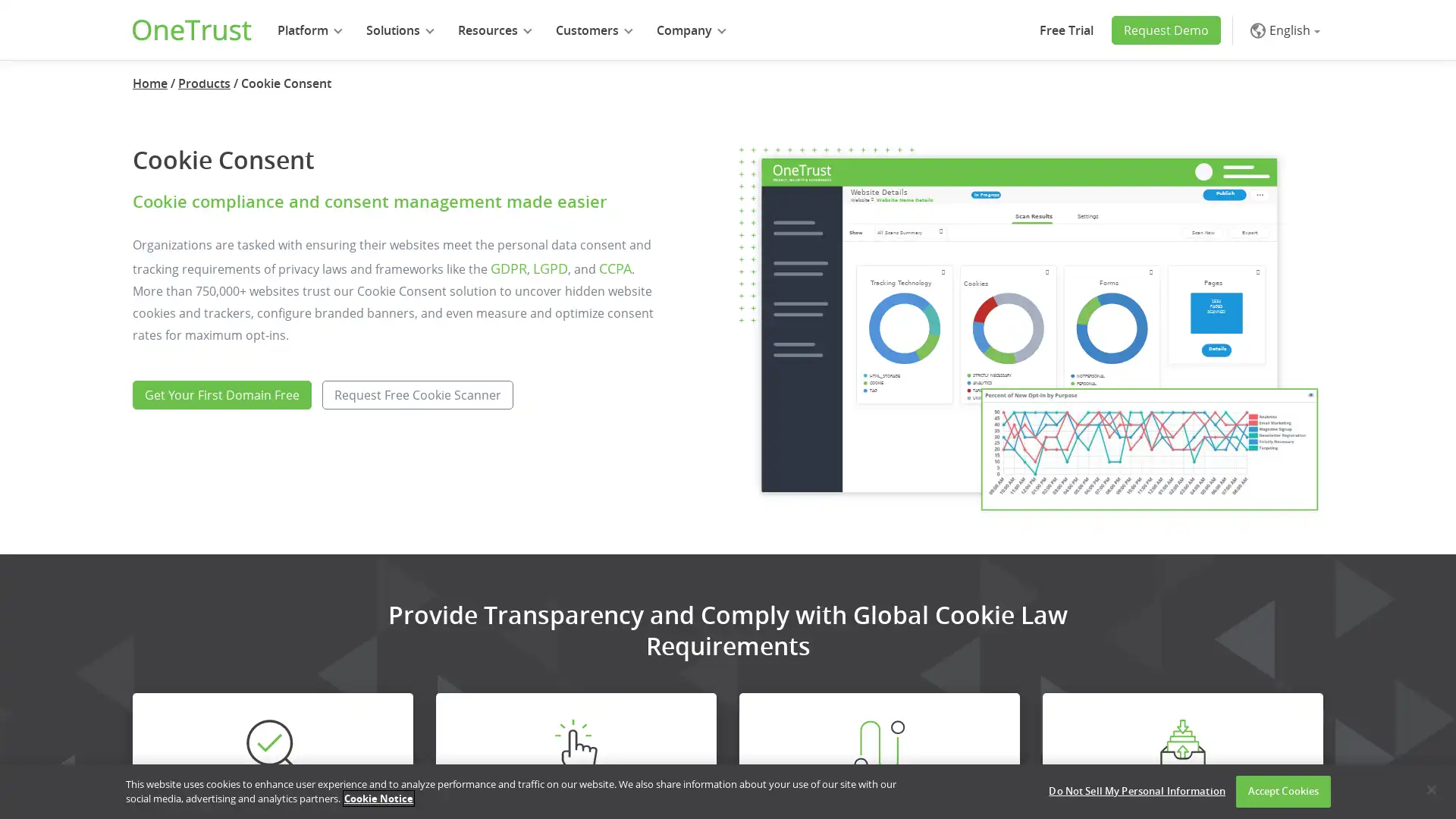  Describe the element at coordinates (1430, 789) in the screenshot. I see `Close` at that location.